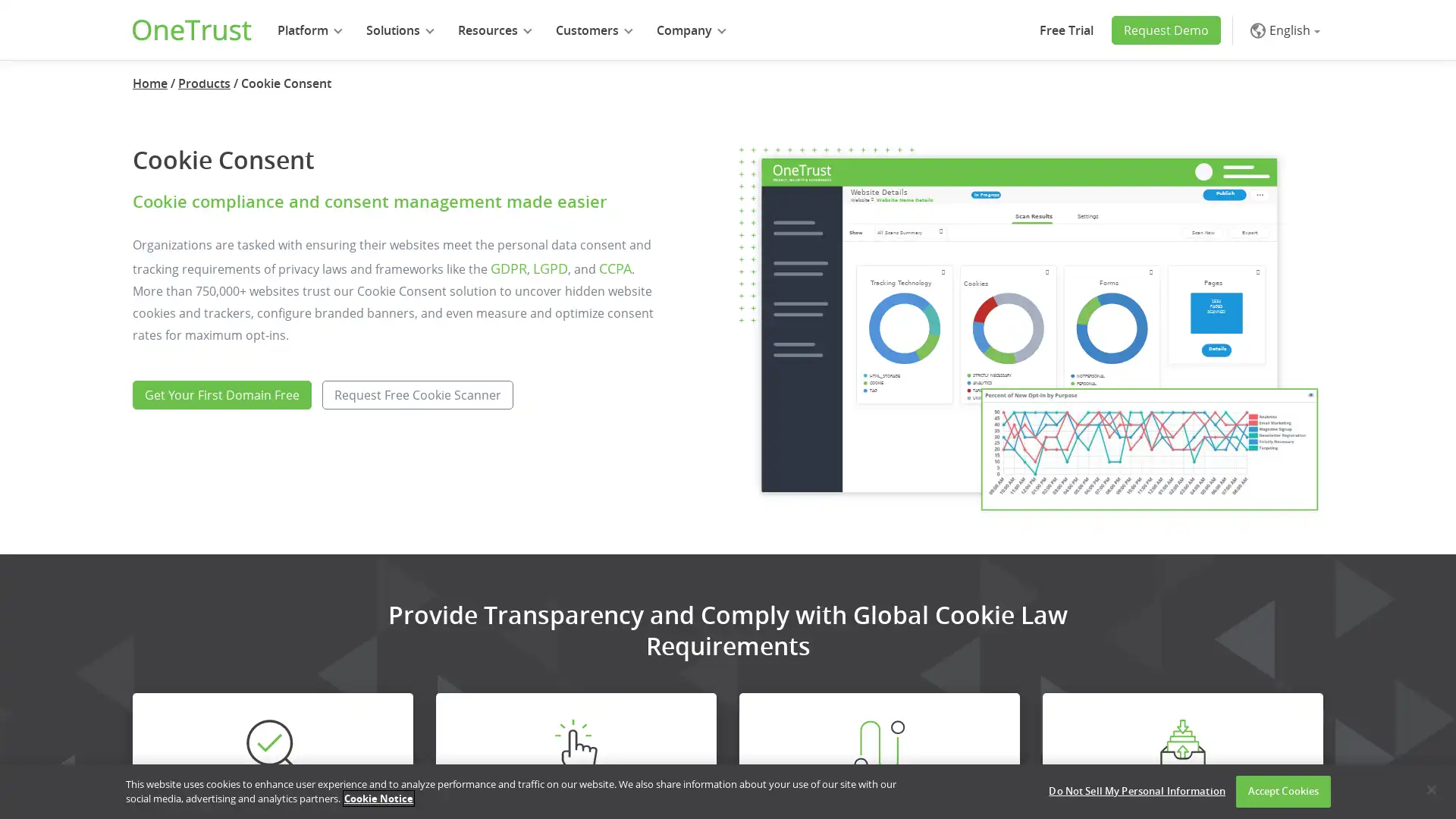  Describe the element at coordinates (1430, 789) in the screenshot. I see `Close` at that location.